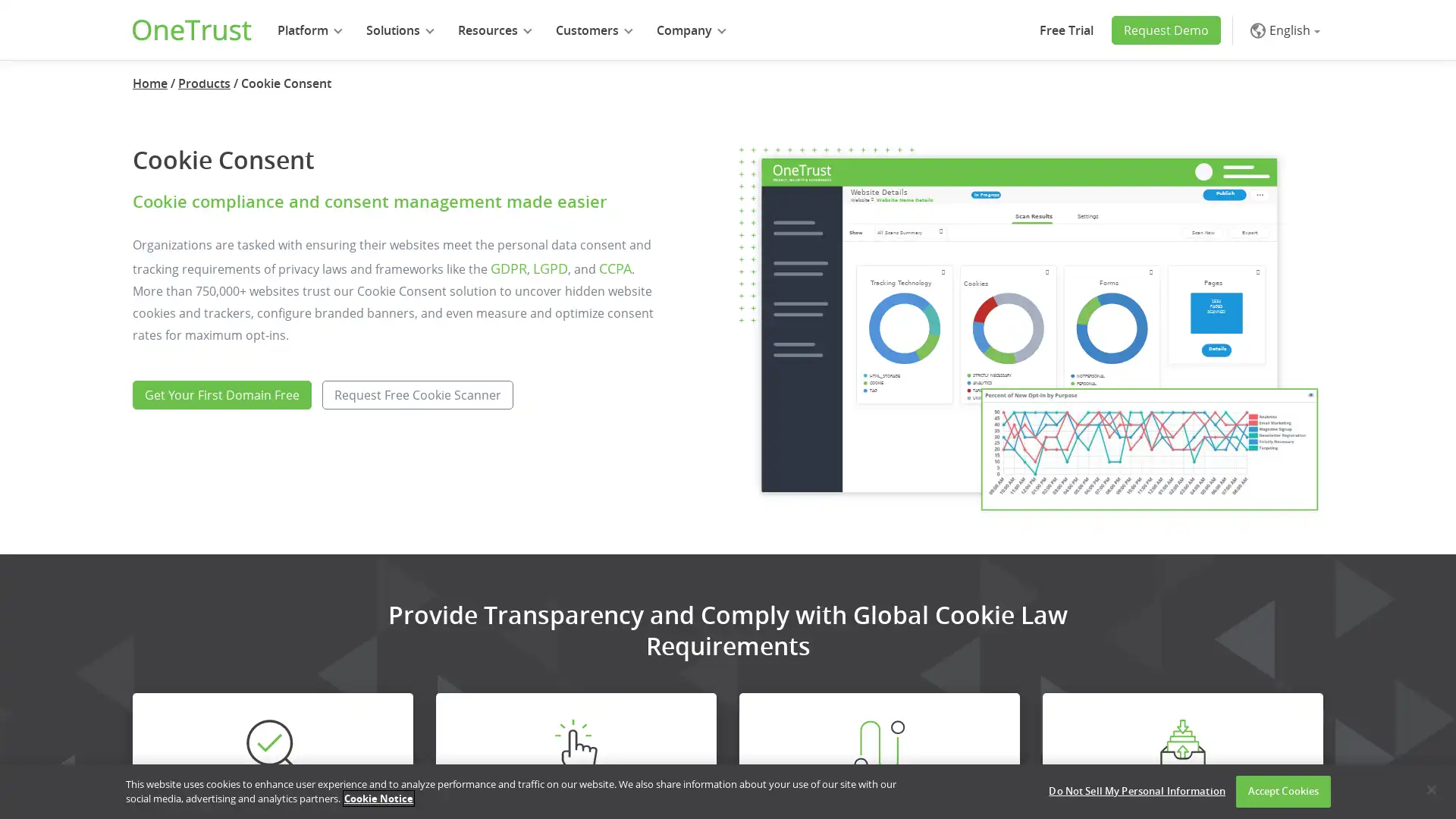  Describe the element at coordinates (1430, 789) in the screenshot. I see `Close` at that location.